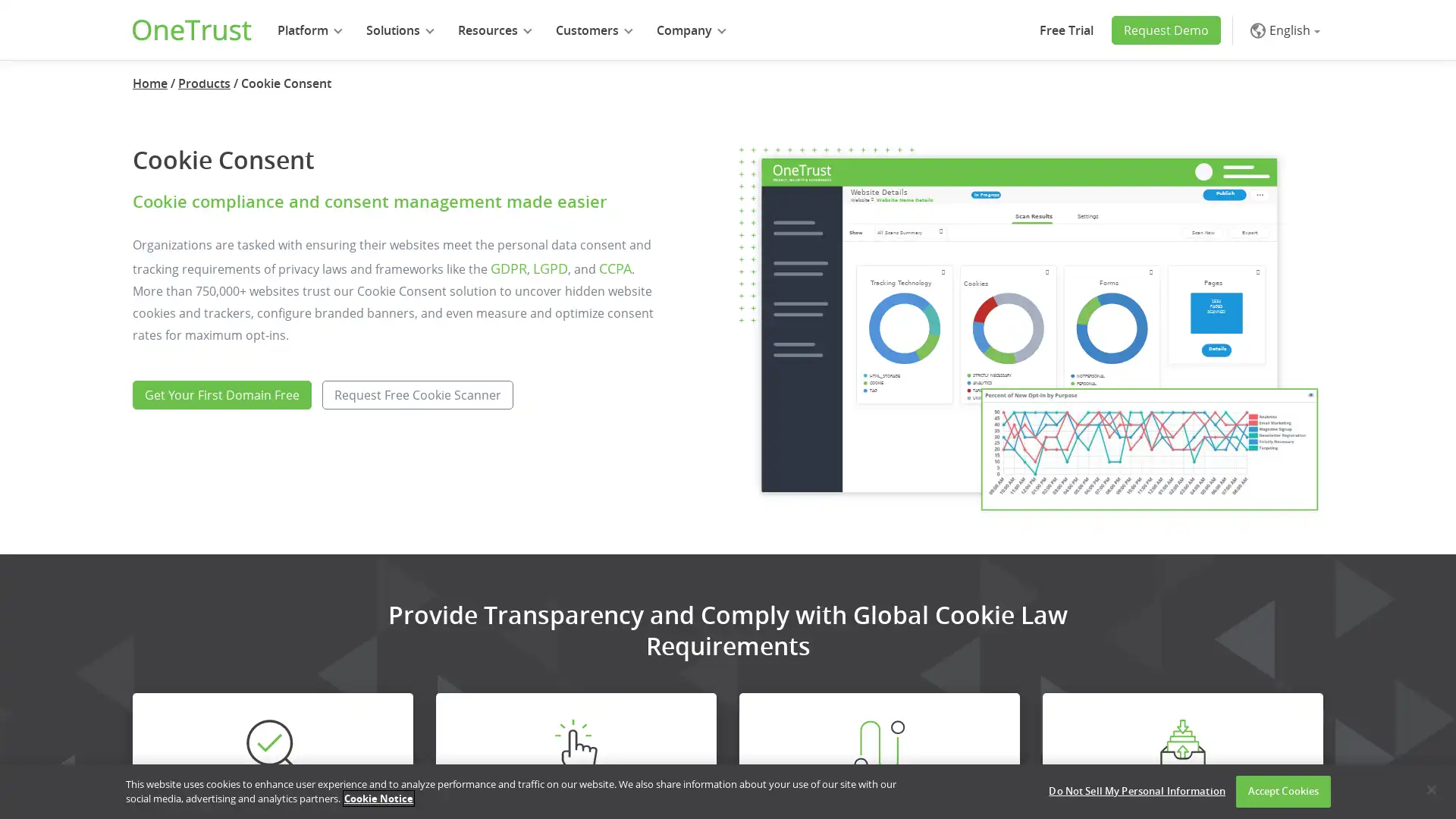  Describe the element at coordinates (1430, 789) in the screenshot. I see `Close` at that location.